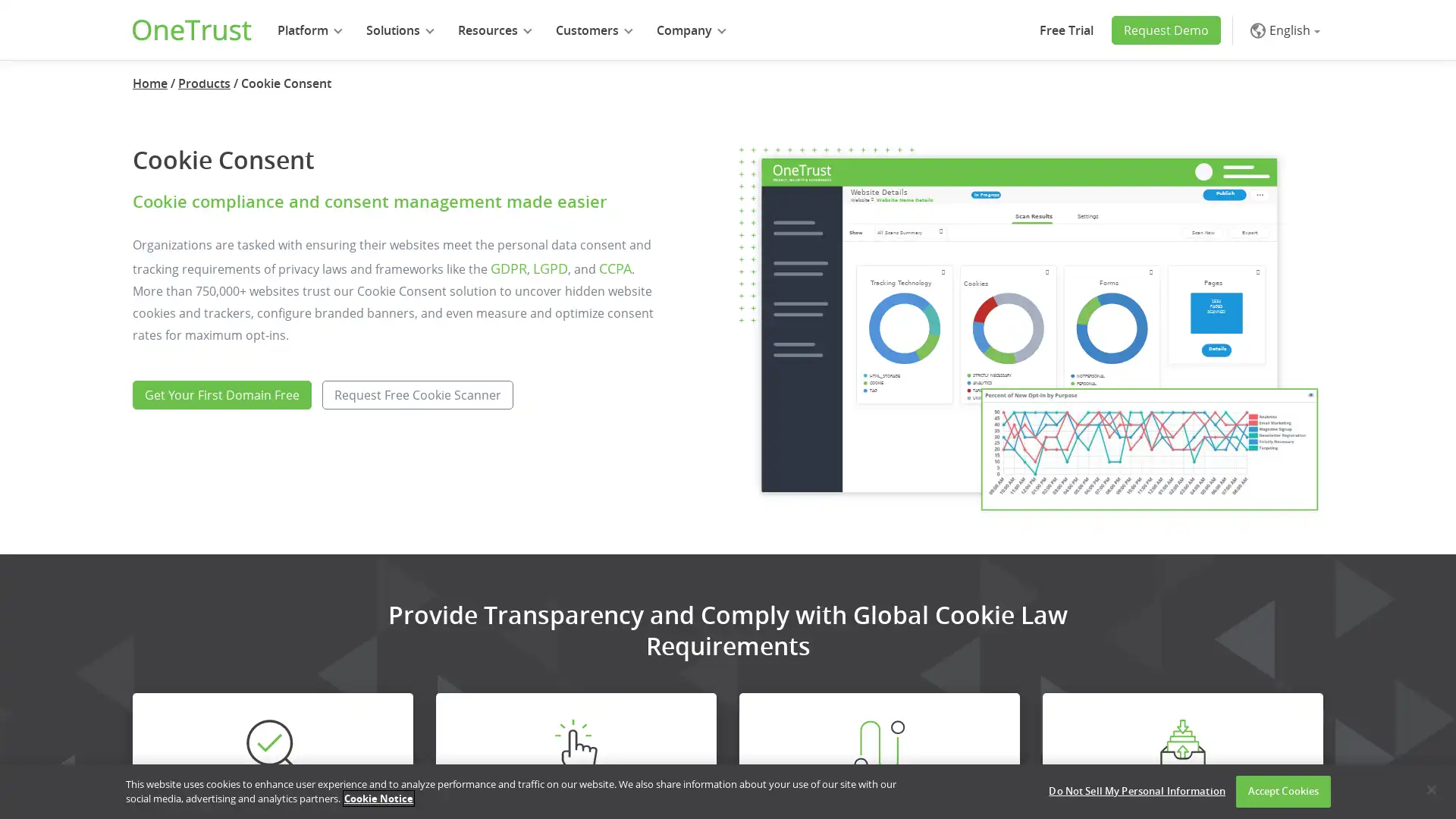  Describe the element at coordinates (1430, 789) in the screenshot. I see `Close` at that location.